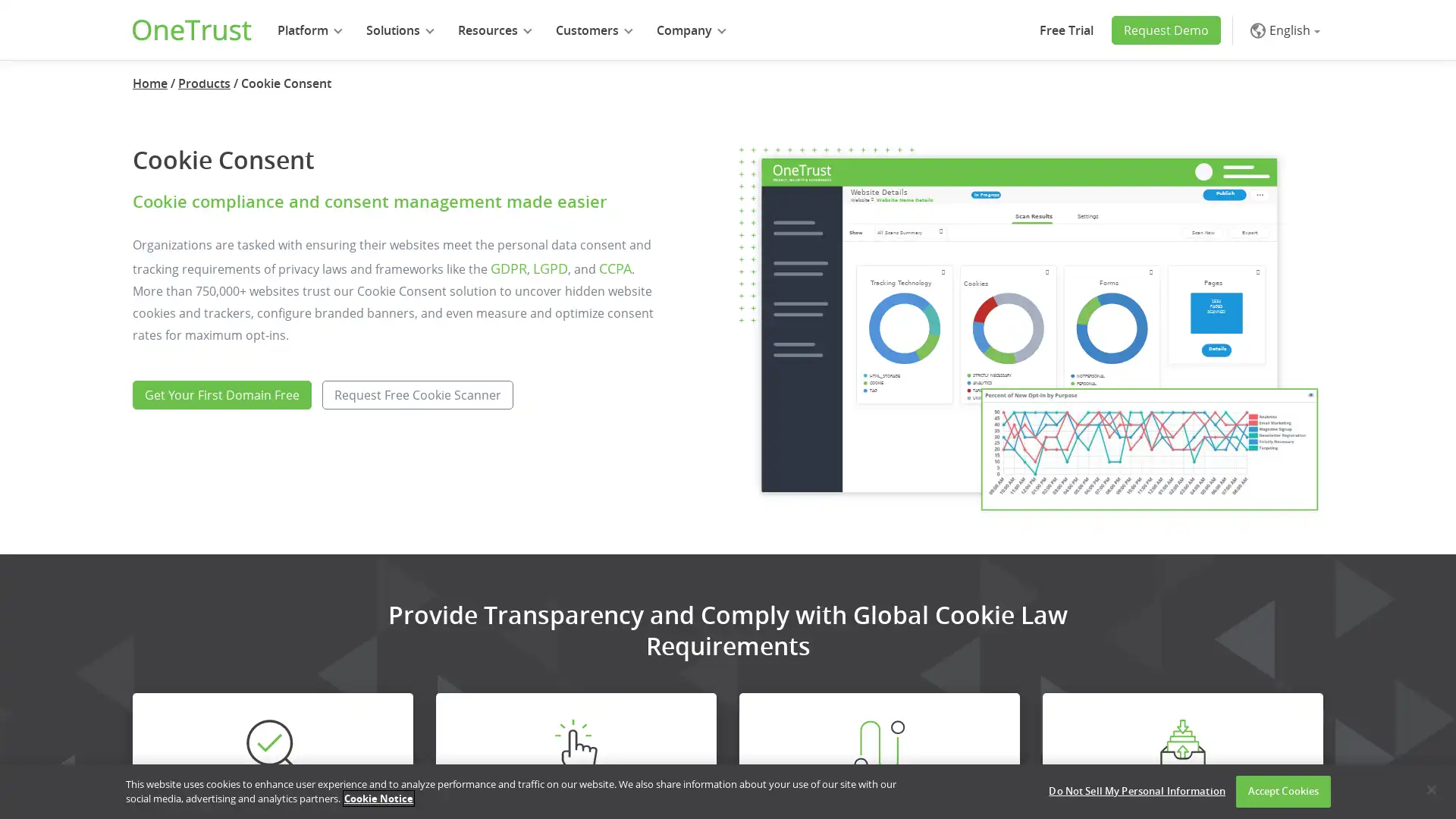  Describe the element at coordinates (1430, 789) in the screenshot. I see `Close` at that location.